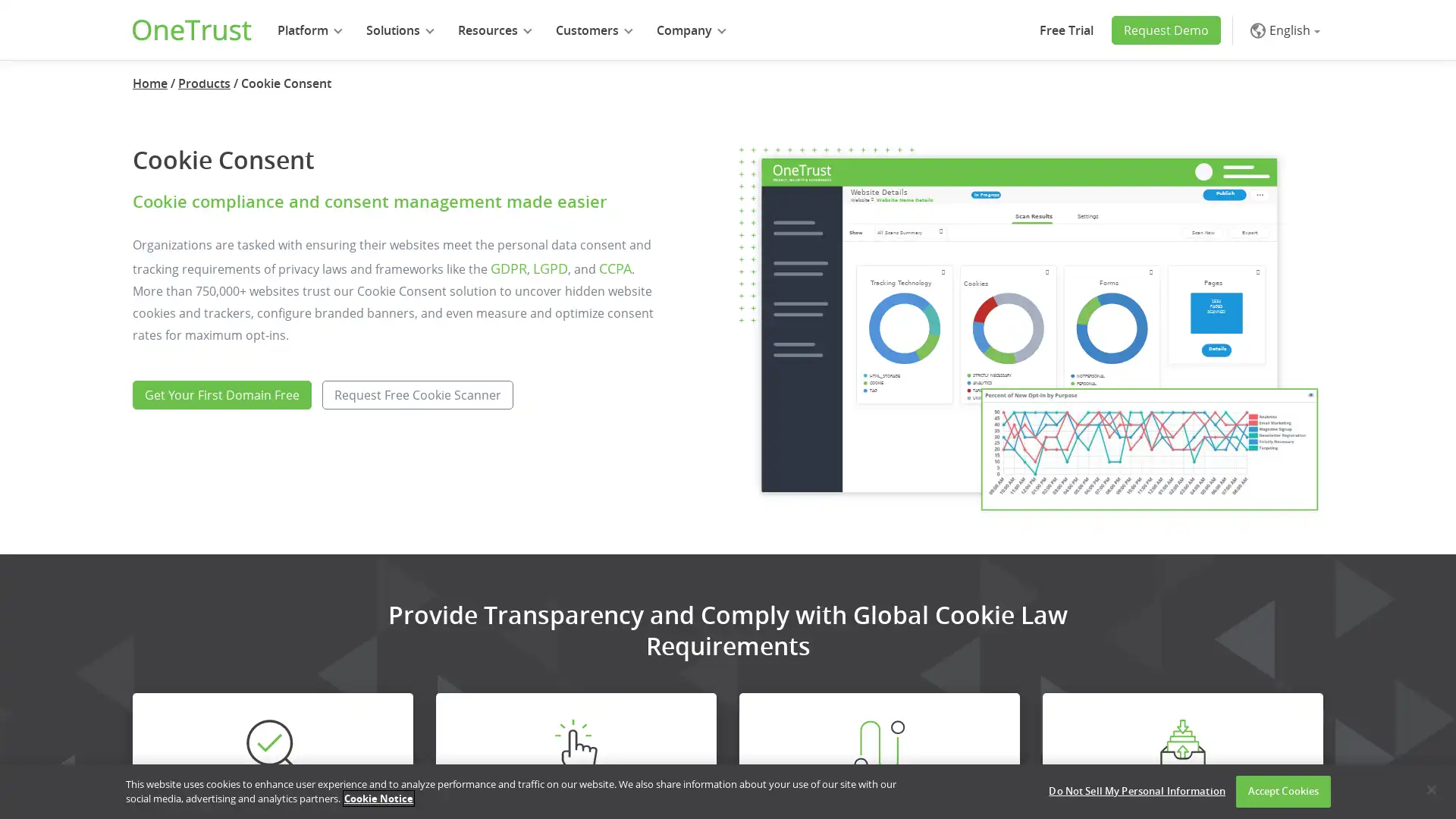  Describe the element at coordinates (1430, 789) in the screenshot. I see `Close` at that location.